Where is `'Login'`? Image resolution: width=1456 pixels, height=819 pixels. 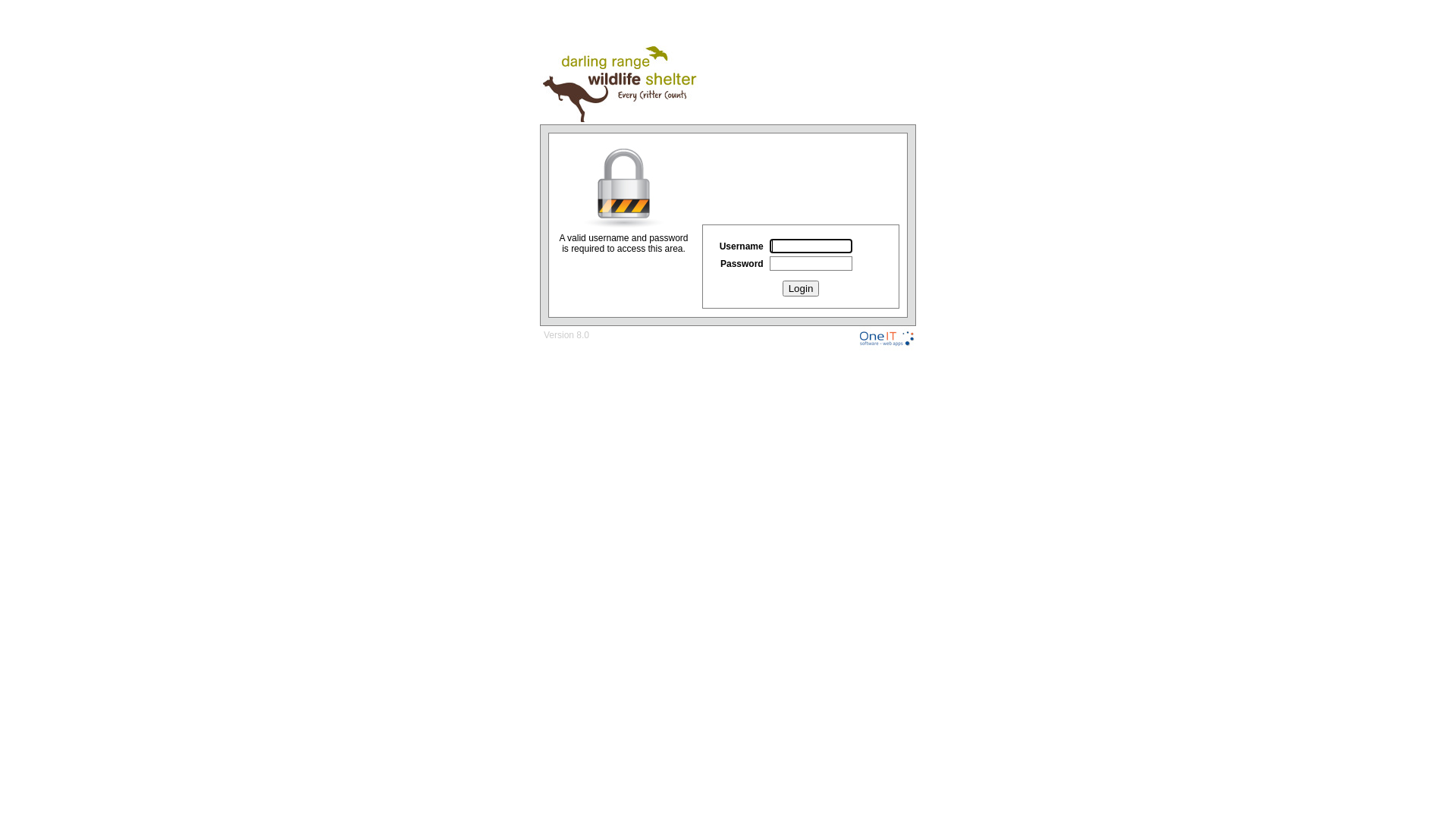
'Login' is located at coordinates (800, 288).